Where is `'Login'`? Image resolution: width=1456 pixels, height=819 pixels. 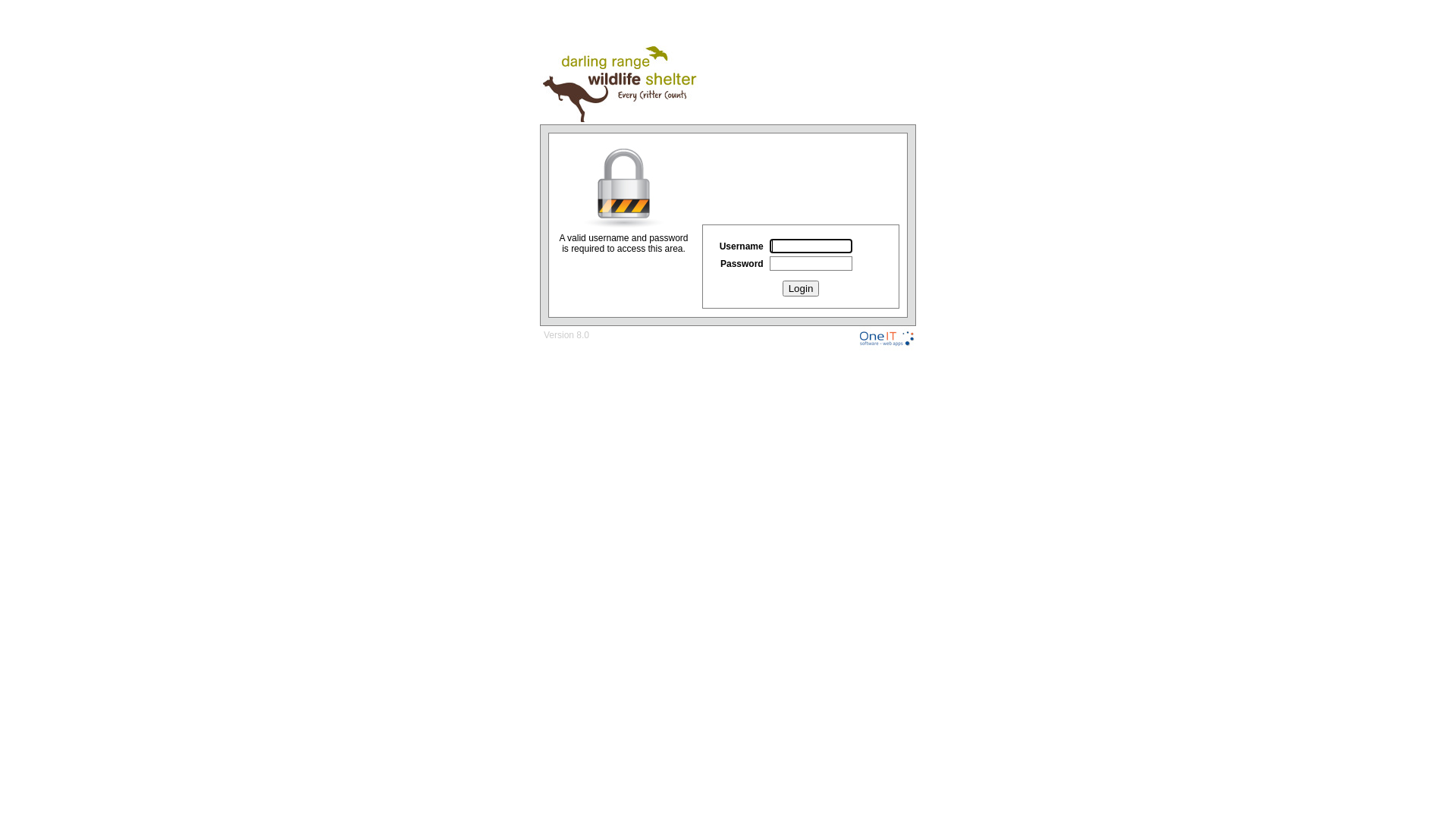
'Login' is located at coordinates (800, 288).